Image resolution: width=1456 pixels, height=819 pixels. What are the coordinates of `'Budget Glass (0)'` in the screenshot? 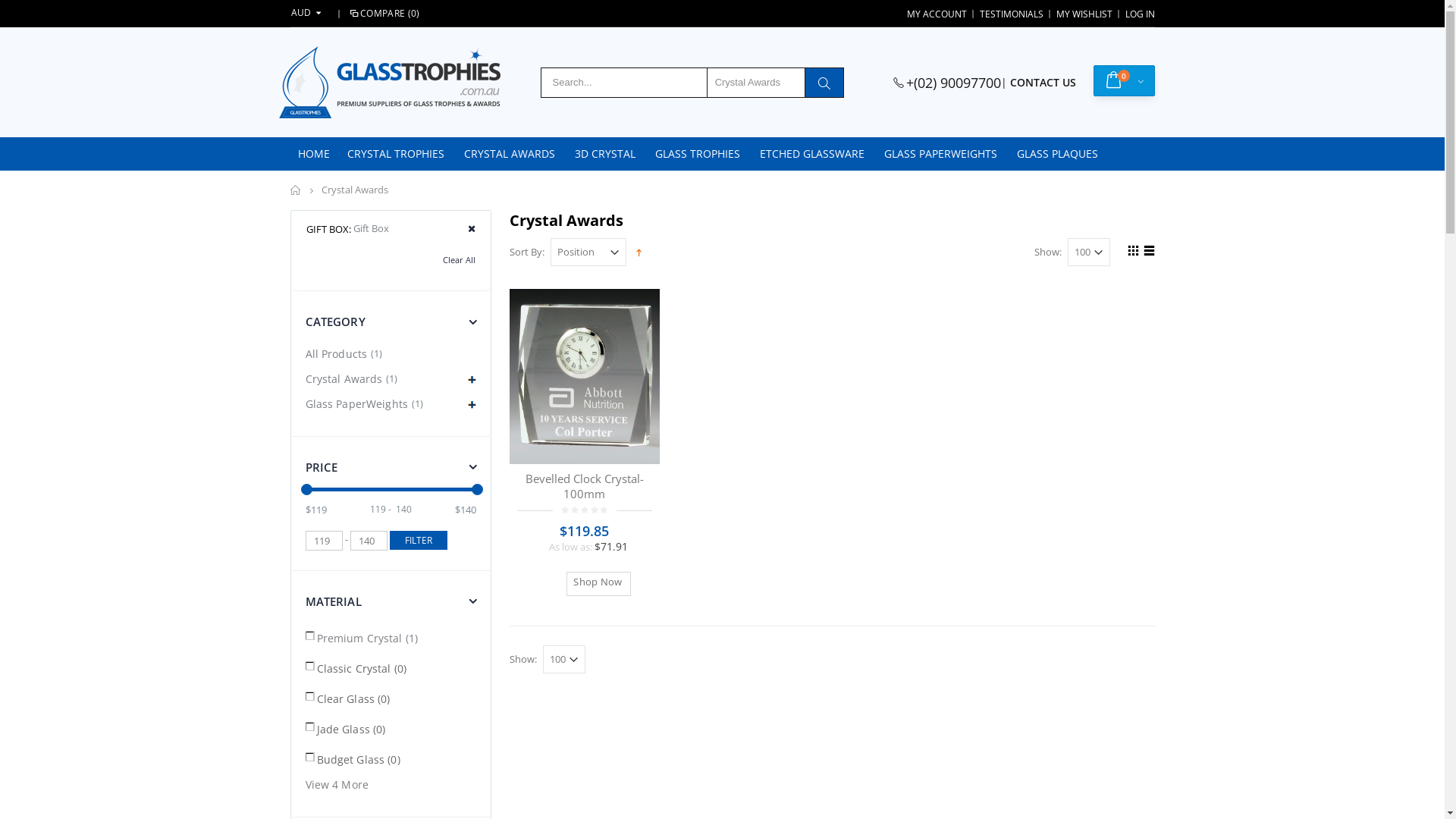 It's located at (353, 757).